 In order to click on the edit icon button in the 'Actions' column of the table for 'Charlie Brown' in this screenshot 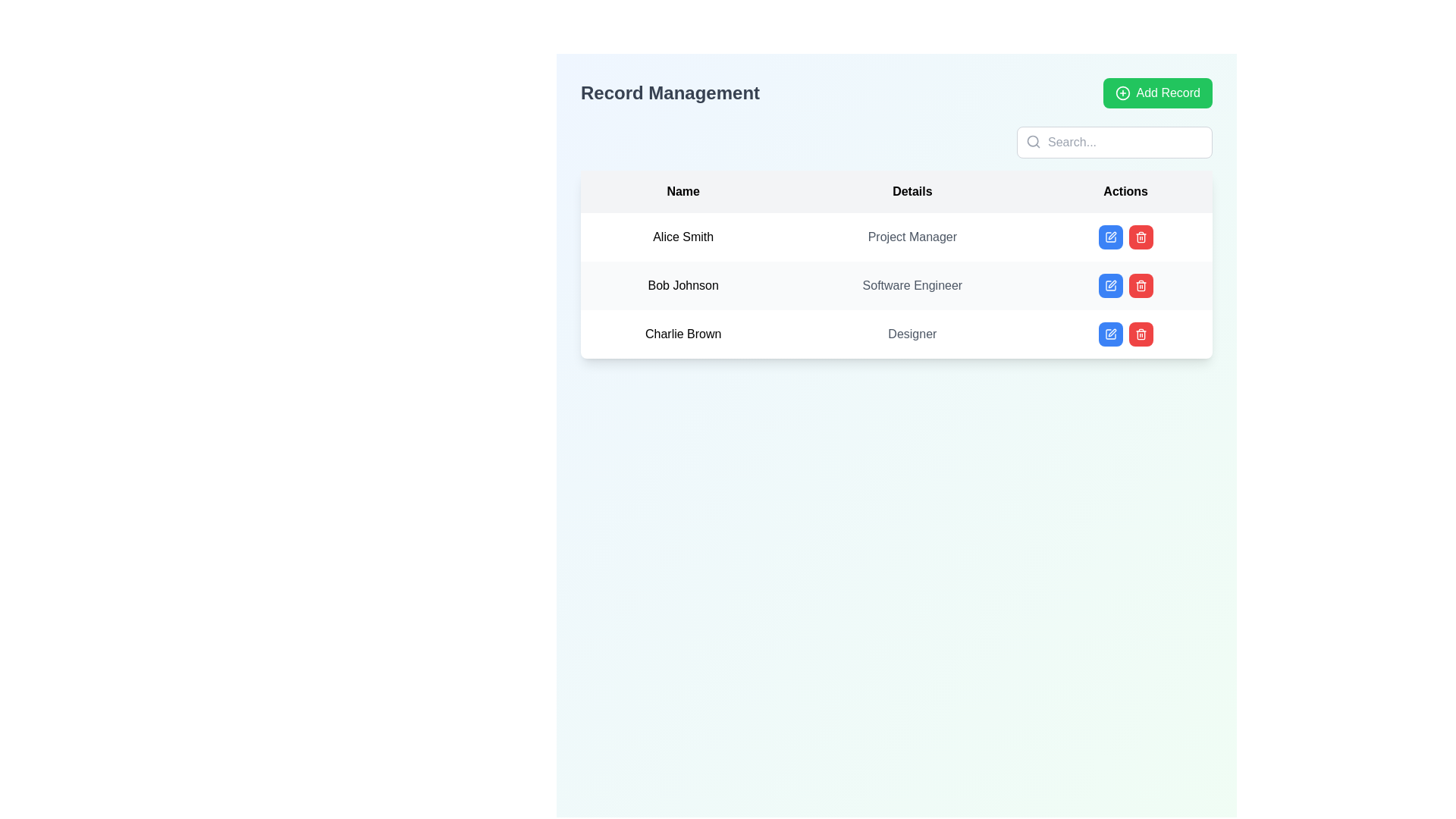, I will do `click(1110, 333)`.